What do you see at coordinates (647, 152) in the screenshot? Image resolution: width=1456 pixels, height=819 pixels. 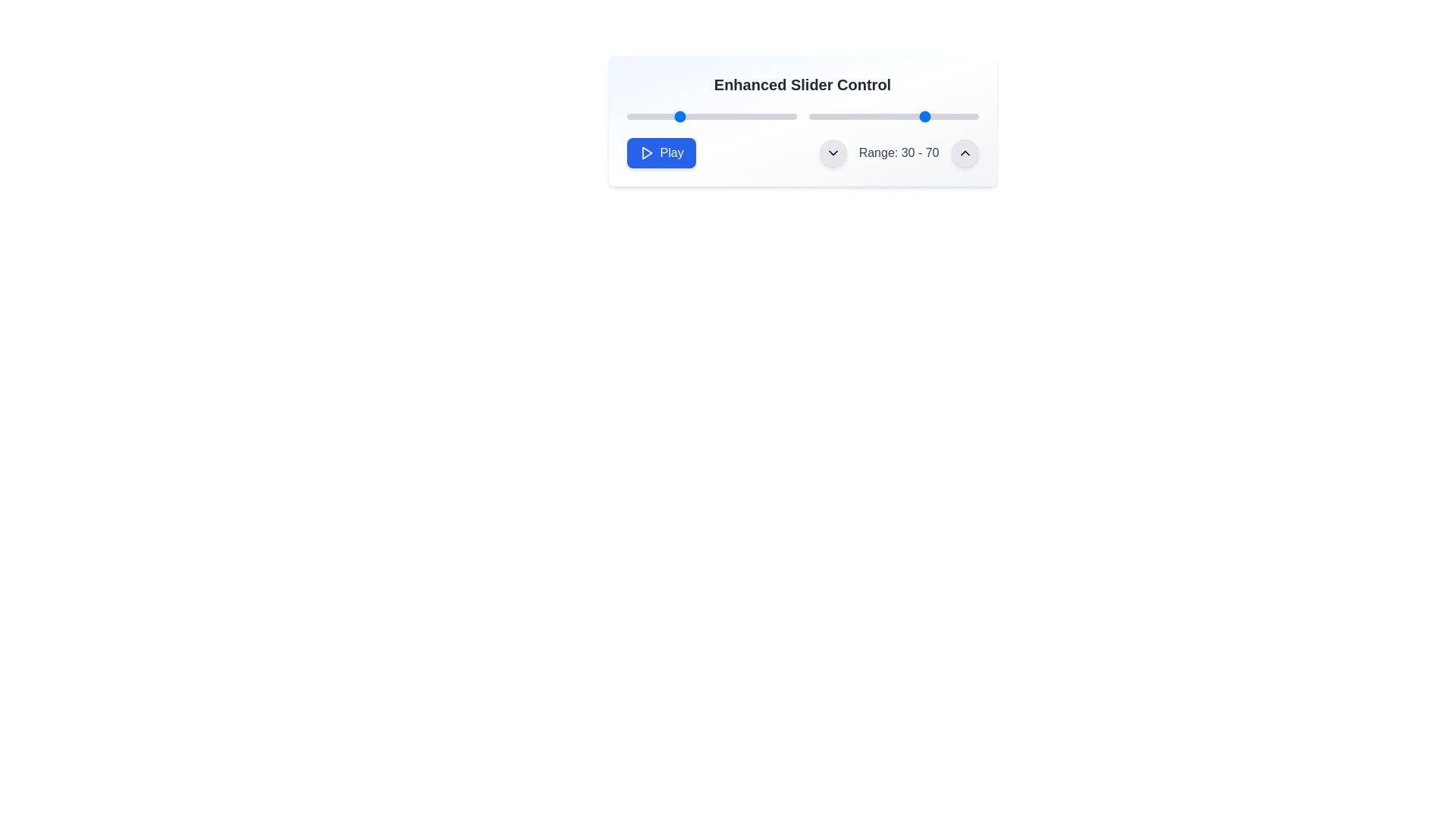 I see `the play icon located centrally within the blue rectangular 'Play' button to initiate the play functionality` at bounding box center [647, 152].